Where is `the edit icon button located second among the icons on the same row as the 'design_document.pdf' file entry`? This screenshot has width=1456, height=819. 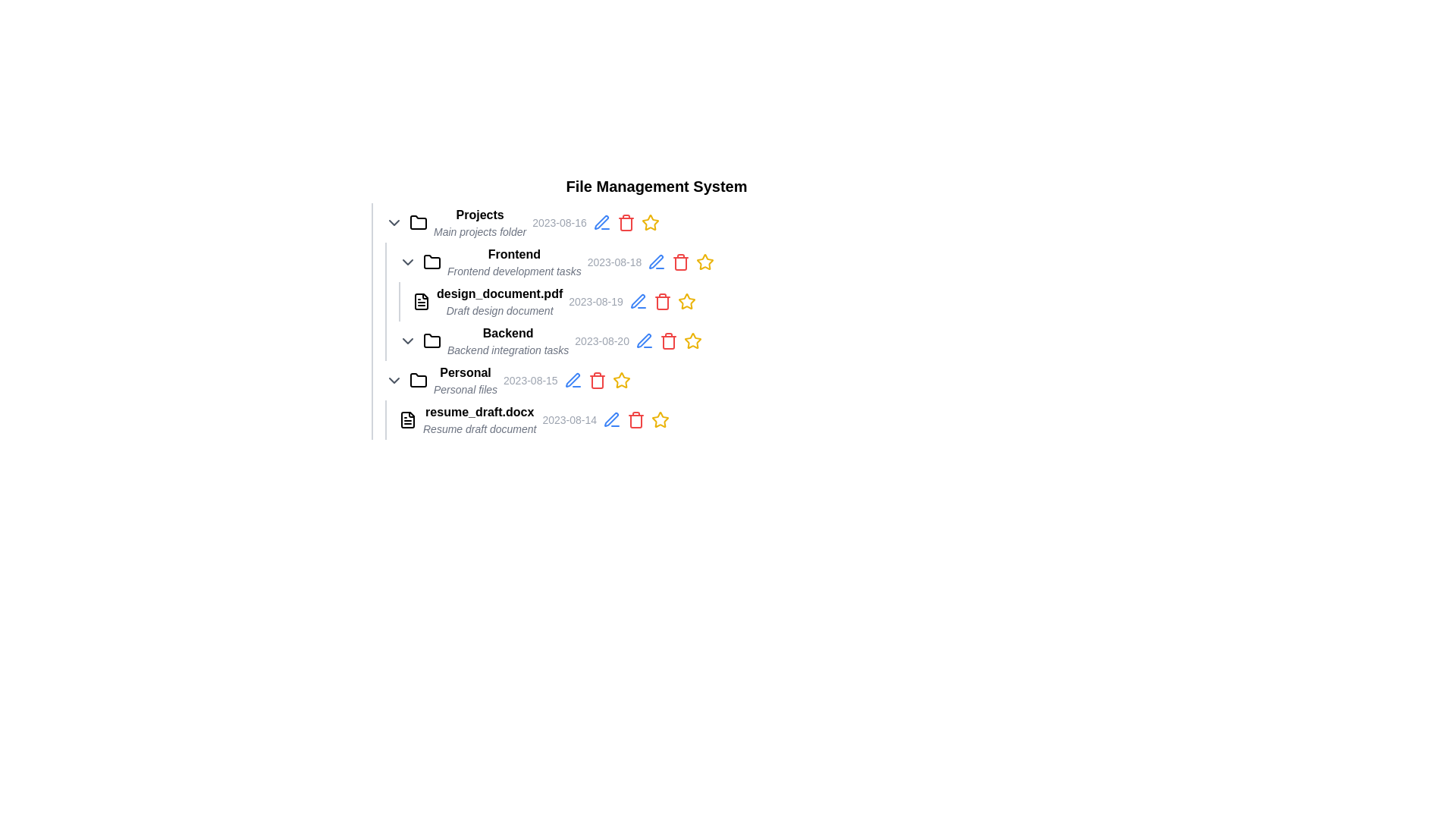
the edit icon button located second among the icons on the same row as the 'design_document.pdf' file entry is located at coordinates (638, 301).